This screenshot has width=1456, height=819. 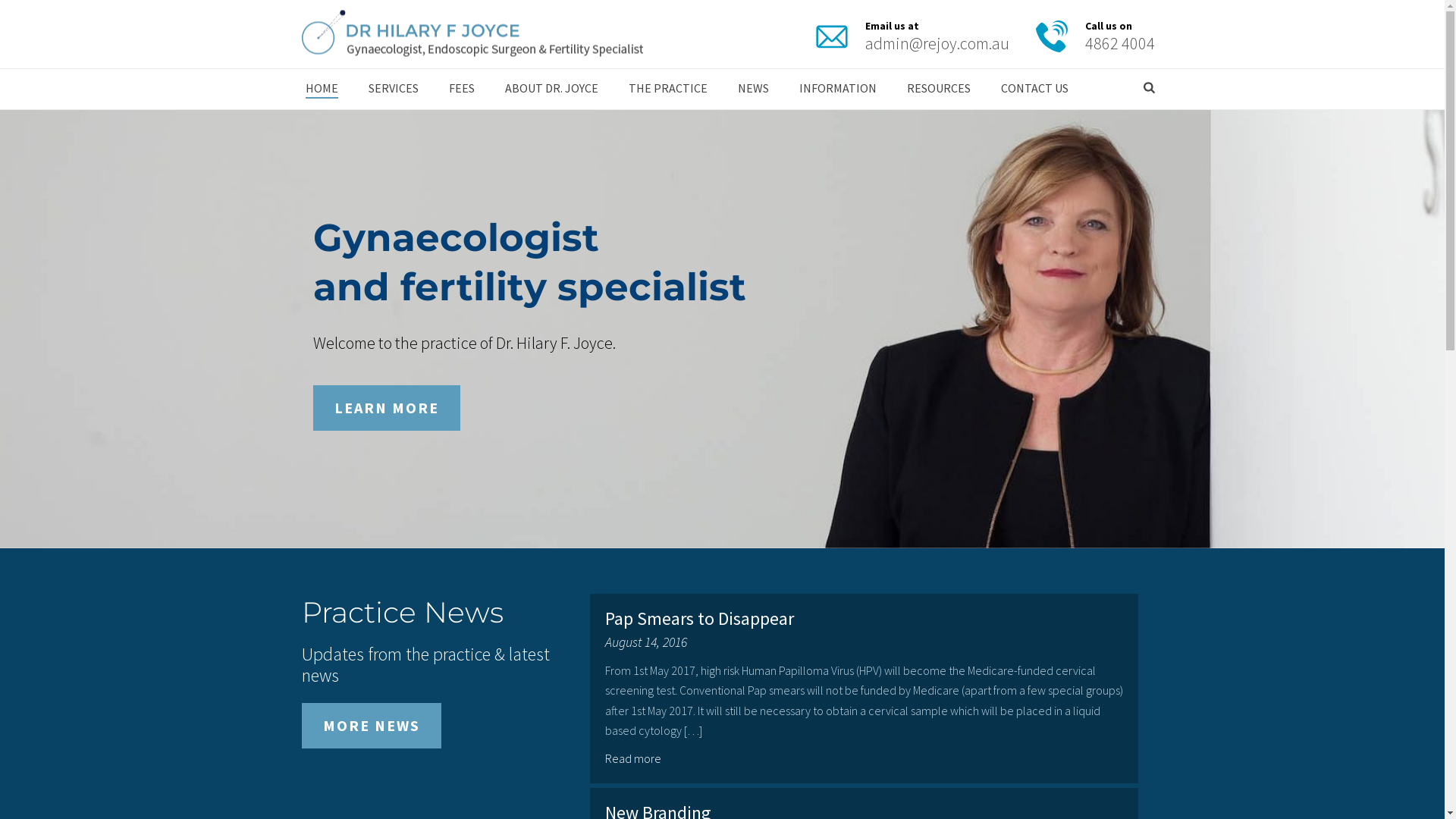 I want to click on 'MORE NEWS', so click(x=371, y=724).